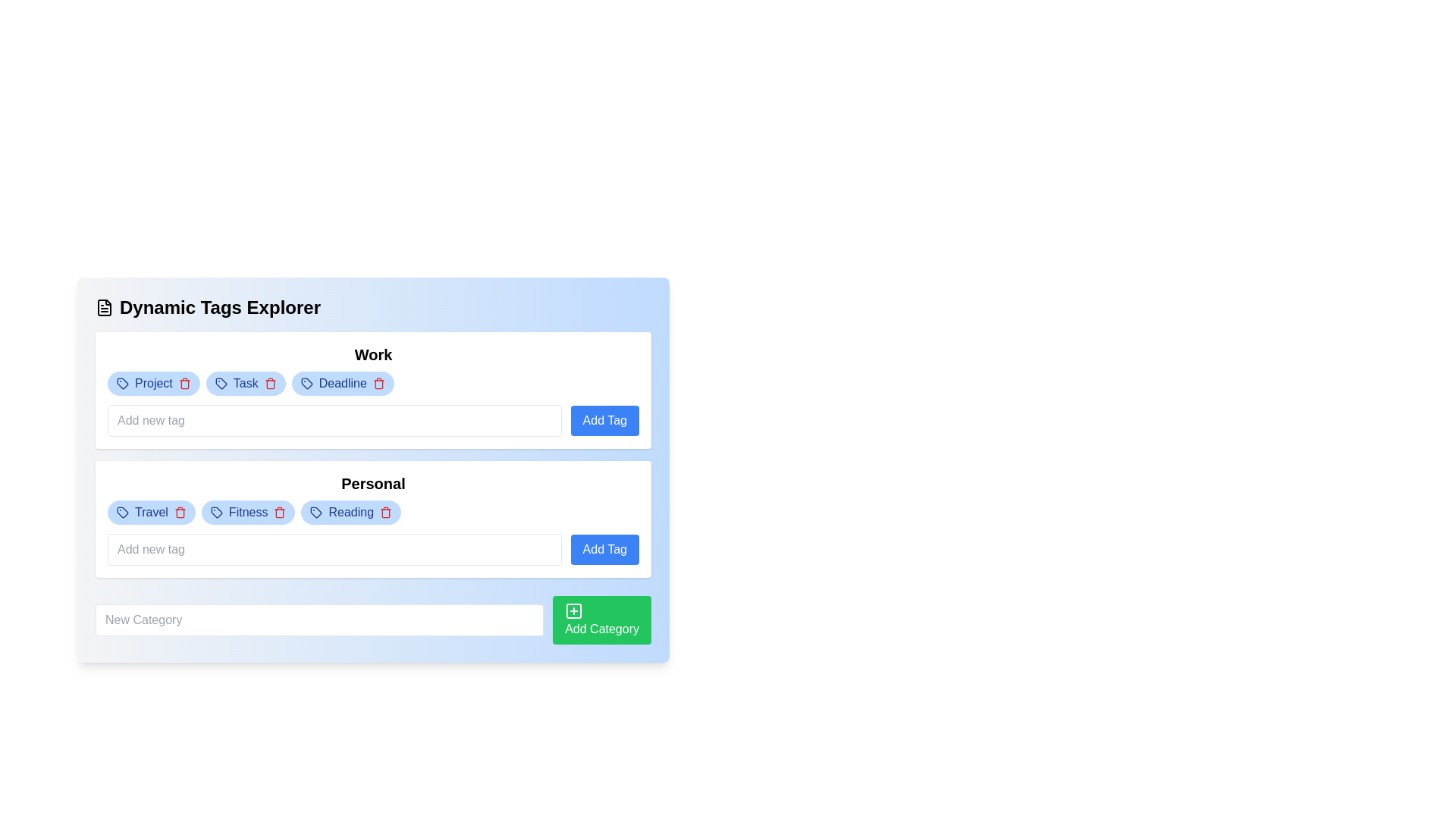 Image resolution: width=1456 pixels, height=819 pixels. Describe the element at coordinates (153, 382) in the screenshot. I see `the rounded blue badge labeled 'Project' located in the top-left corner of the 'Work' section under 'Dynamic Tags Explorer'` at that location.